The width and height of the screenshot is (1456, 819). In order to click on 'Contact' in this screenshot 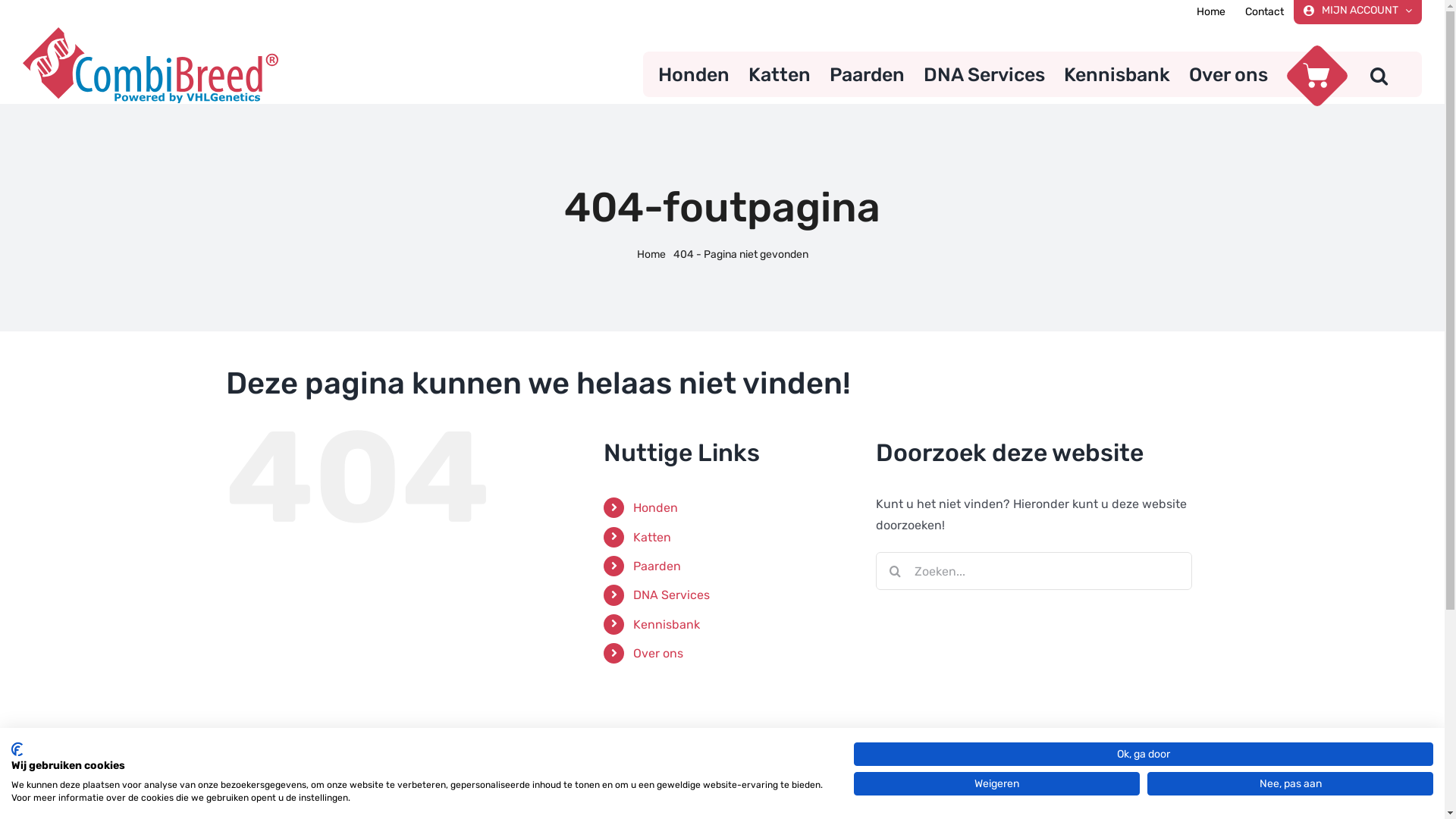, I will do `click(1235, 11)`.